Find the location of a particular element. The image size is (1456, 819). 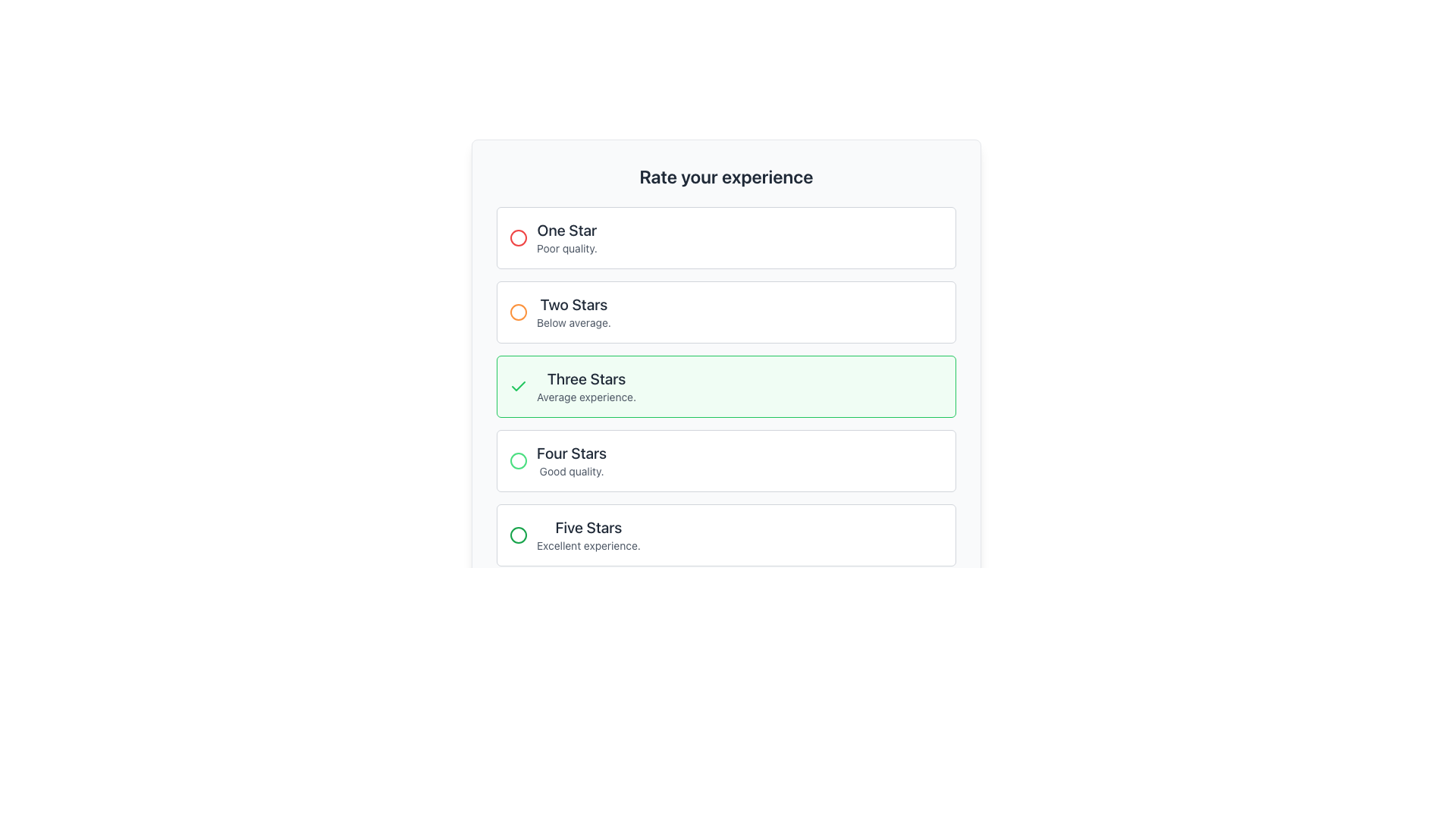

the visual feedback of the Circular visual element indicating the 'Four Stars' option in the rating system, which is located within the checkbox area to the left of its text description is located at coordinates (519, 460).